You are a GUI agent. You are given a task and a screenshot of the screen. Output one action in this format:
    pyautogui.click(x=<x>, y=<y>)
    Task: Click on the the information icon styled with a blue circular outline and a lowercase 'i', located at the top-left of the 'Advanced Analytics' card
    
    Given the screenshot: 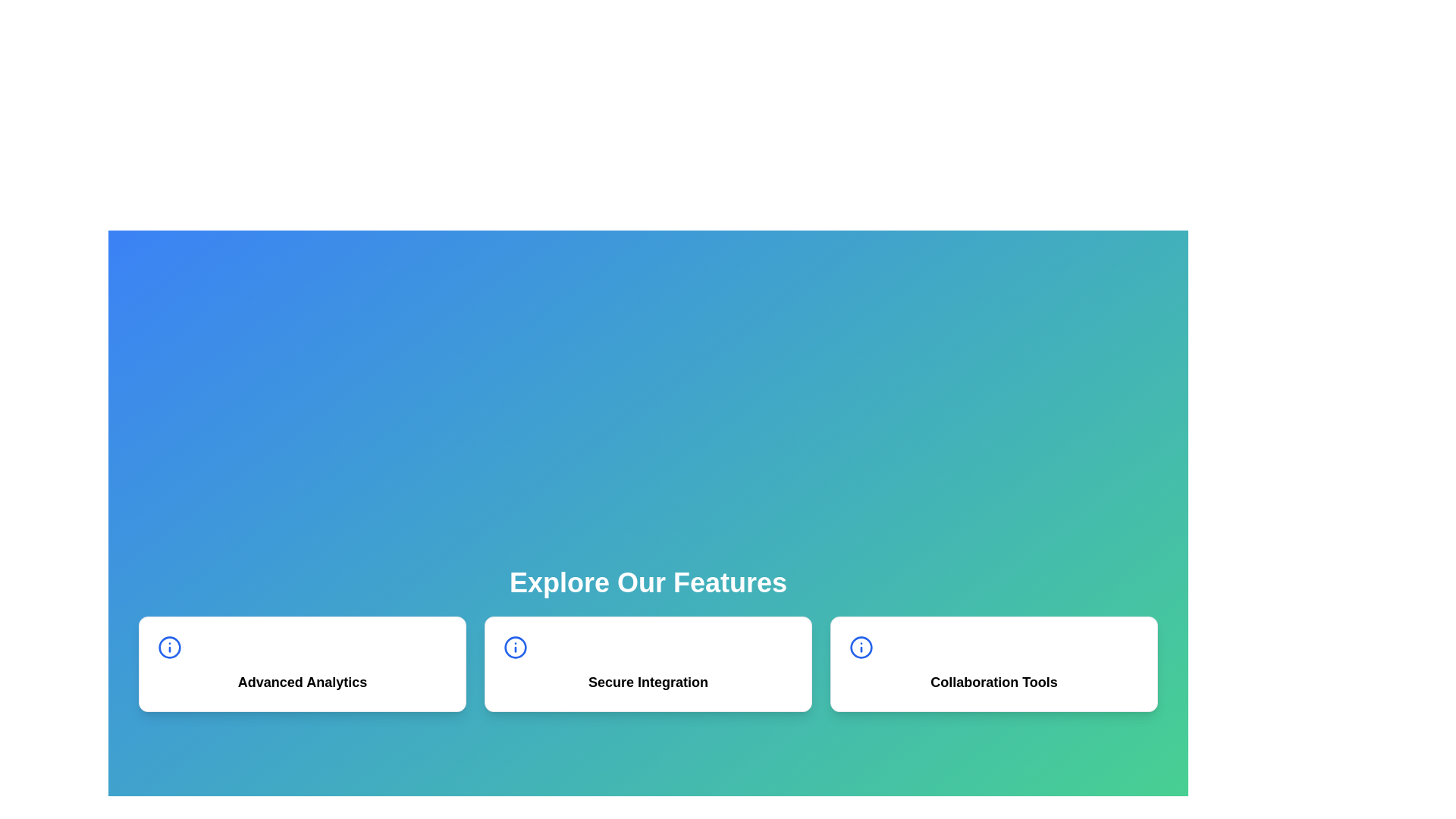 What is the action you would take?
    pyautogui.click(x=170, y=647)
    